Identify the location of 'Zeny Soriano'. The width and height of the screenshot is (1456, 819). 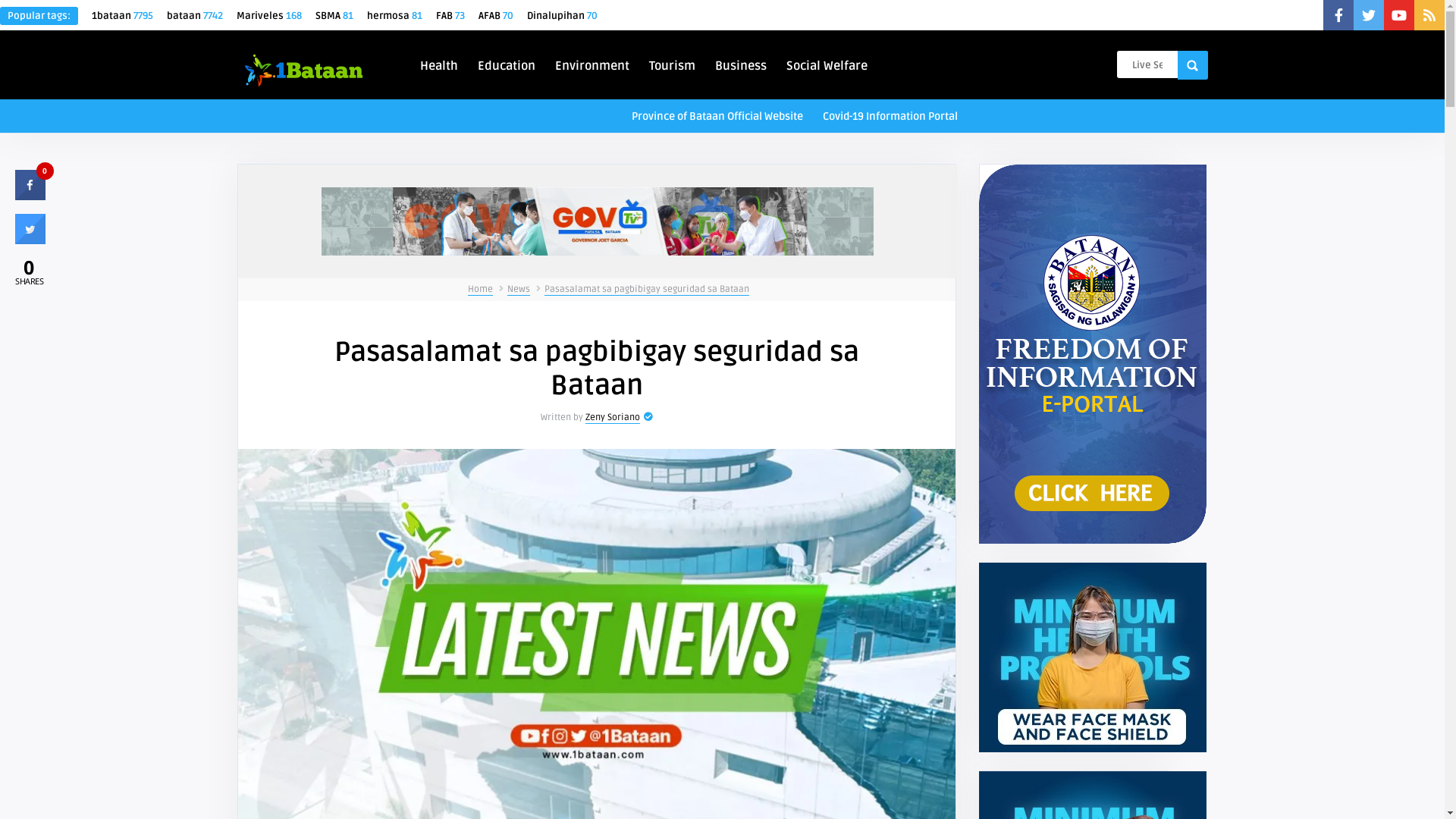
(612, 418).